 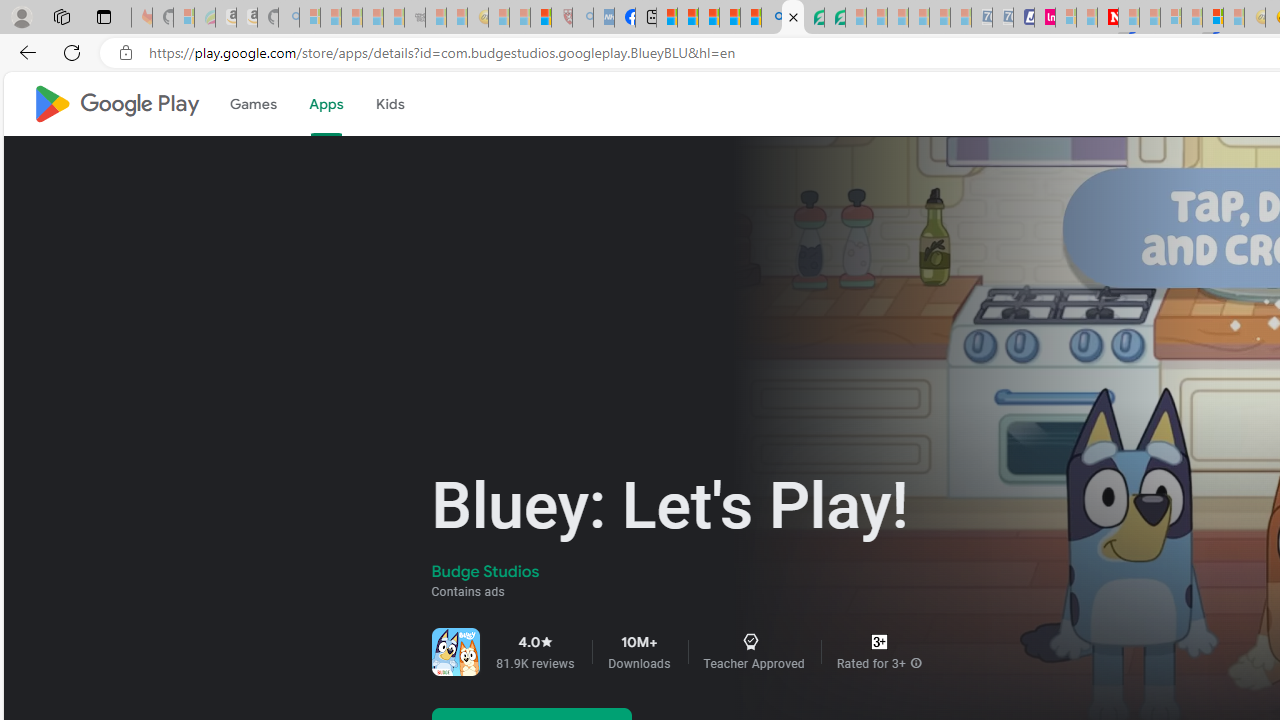 I want to click on 'Recipes - MSN - Sleeping', so click(x=499, y=17).